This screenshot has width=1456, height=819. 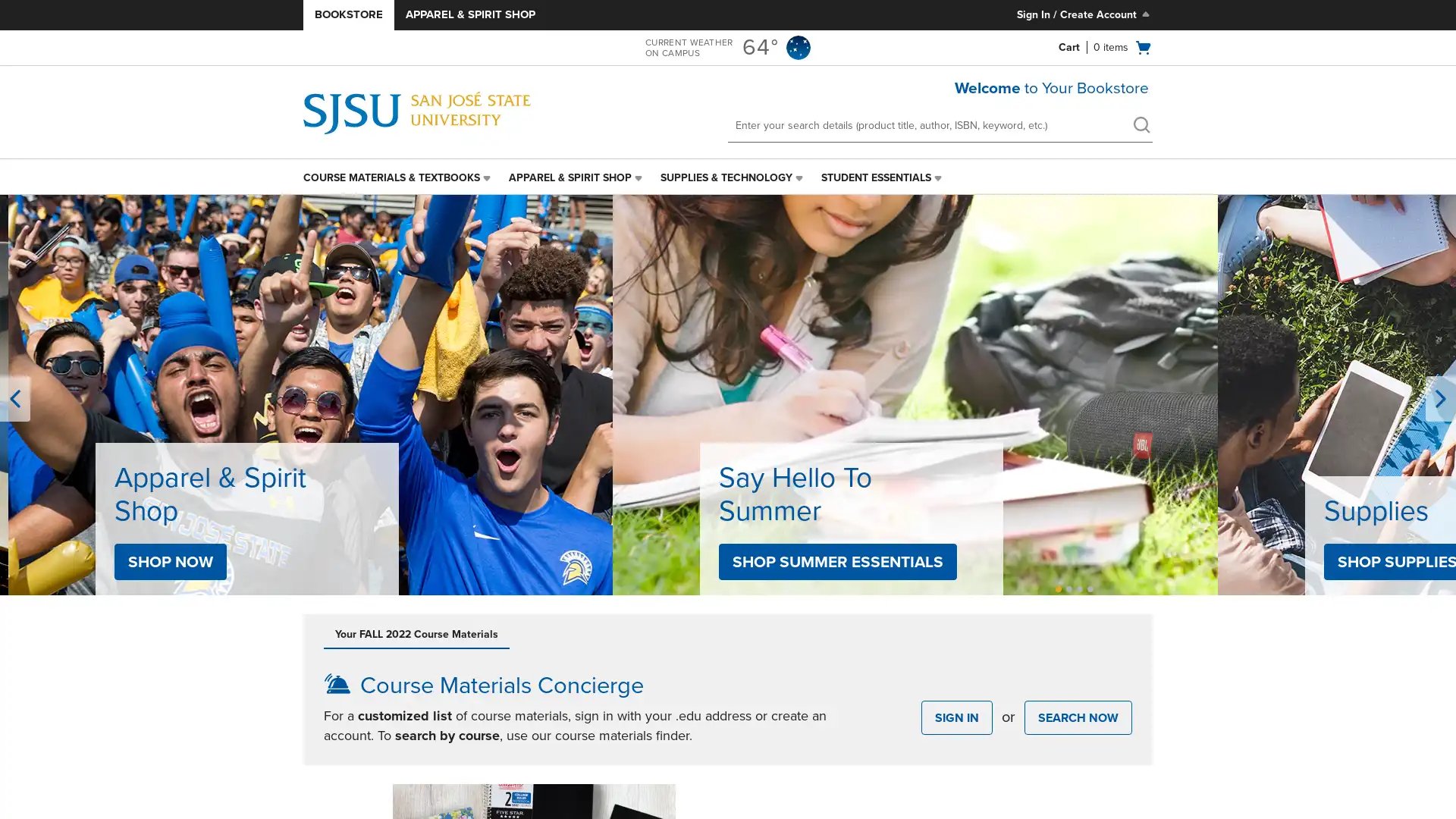 I want to click on SIGN IN, so click(x=956, y=717).